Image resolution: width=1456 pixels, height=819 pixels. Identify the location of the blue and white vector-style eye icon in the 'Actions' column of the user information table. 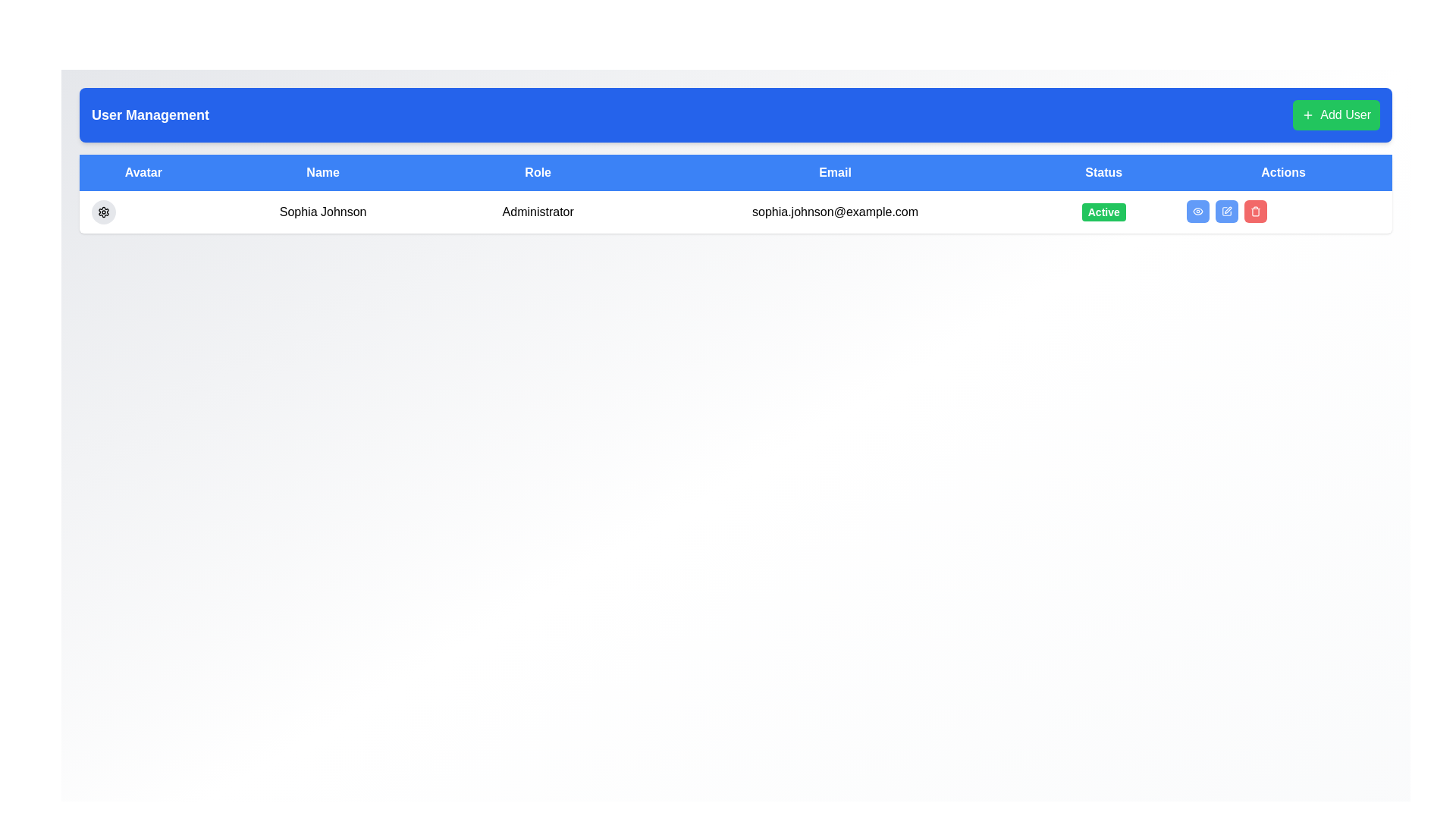
(1197, 211).